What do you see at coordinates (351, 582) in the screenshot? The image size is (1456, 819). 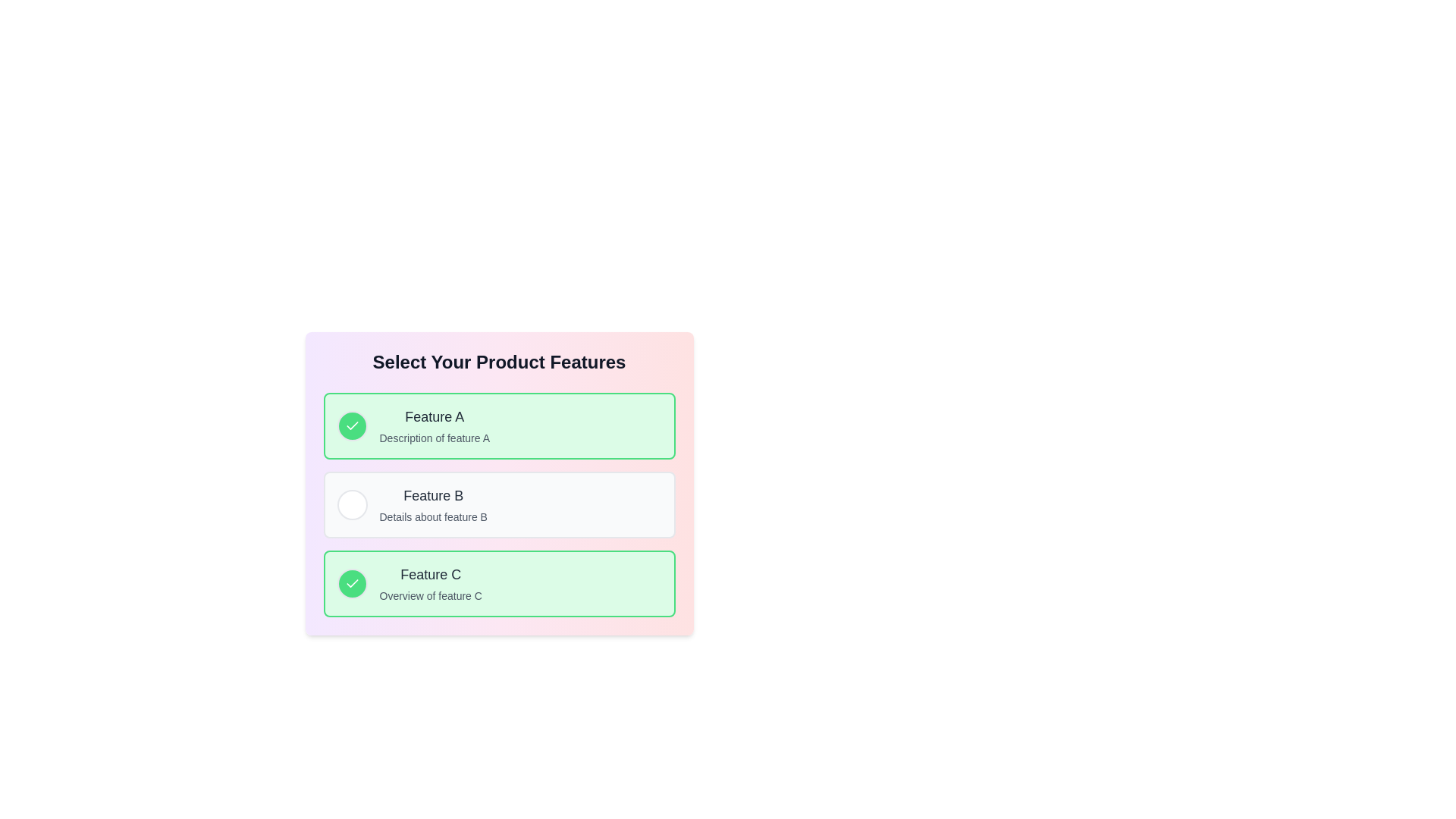 I see `the small green checkmark icon within the 'Feature A' section, which indicates a selected state` at bounding box center [351, 582].